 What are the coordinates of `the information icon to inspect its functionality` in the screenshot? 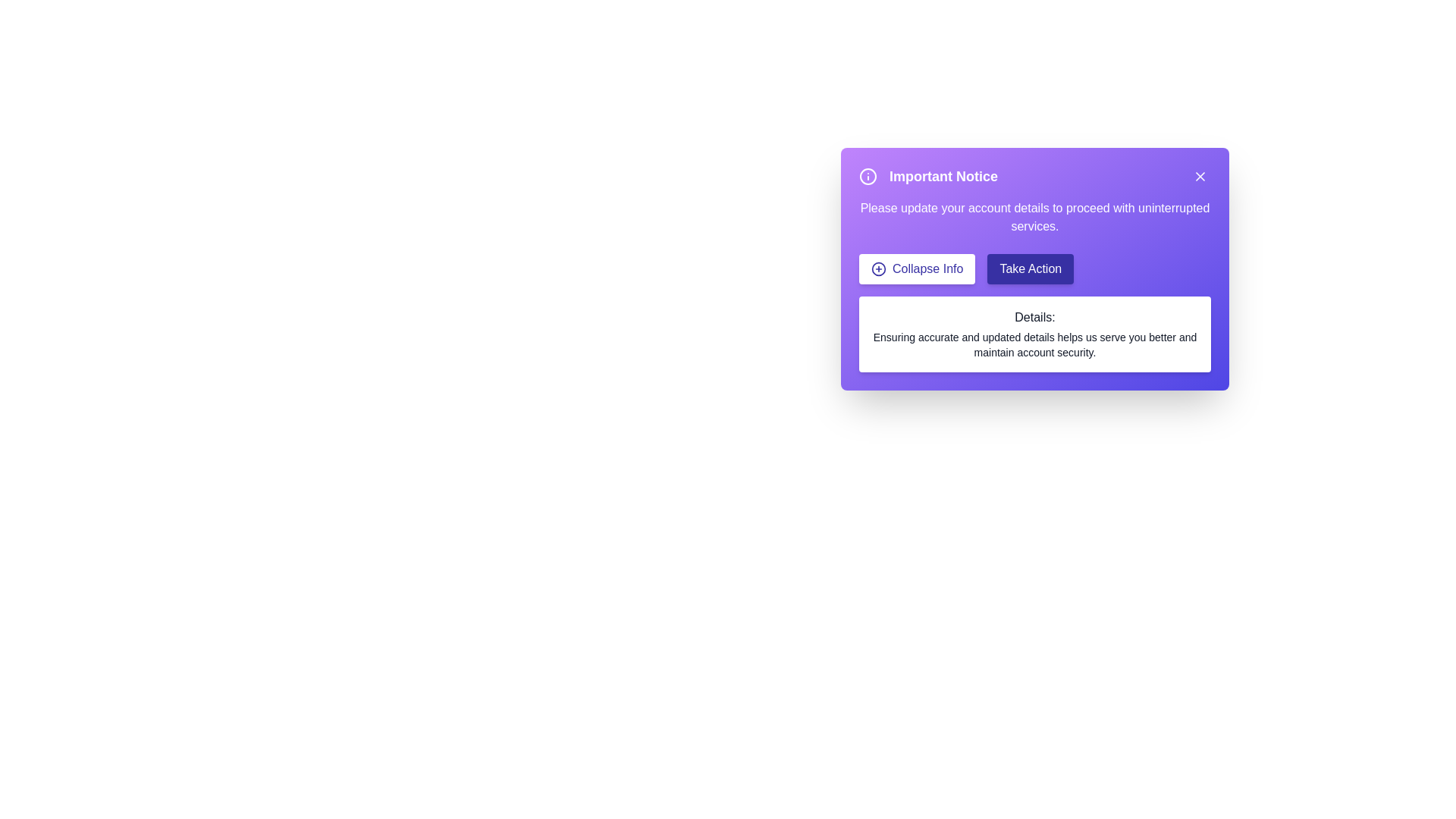 It's located at (868, 175).